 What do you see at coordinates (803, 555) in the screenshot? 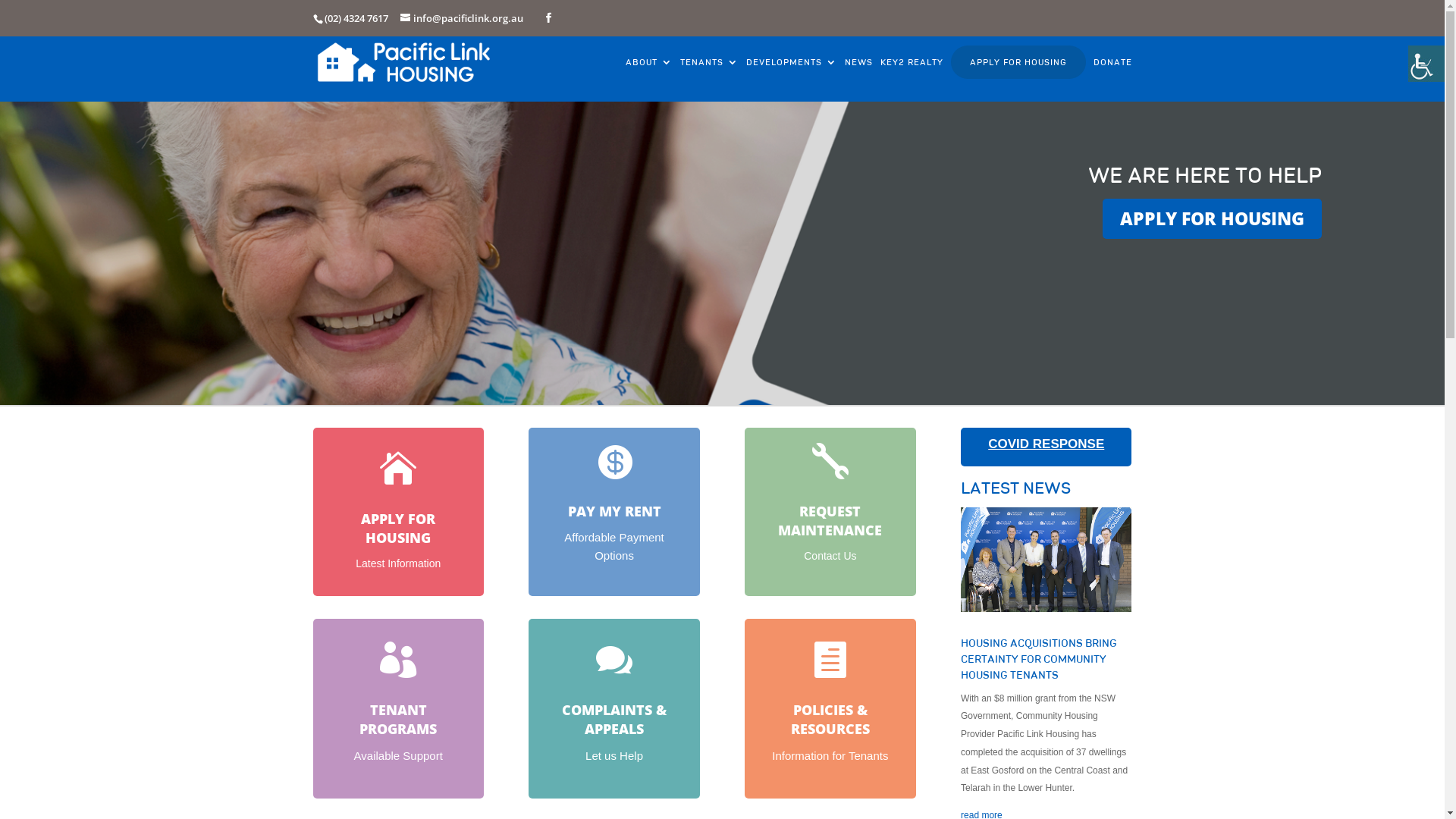
I see `'Contact Us'` at bounding box center [803, 555].